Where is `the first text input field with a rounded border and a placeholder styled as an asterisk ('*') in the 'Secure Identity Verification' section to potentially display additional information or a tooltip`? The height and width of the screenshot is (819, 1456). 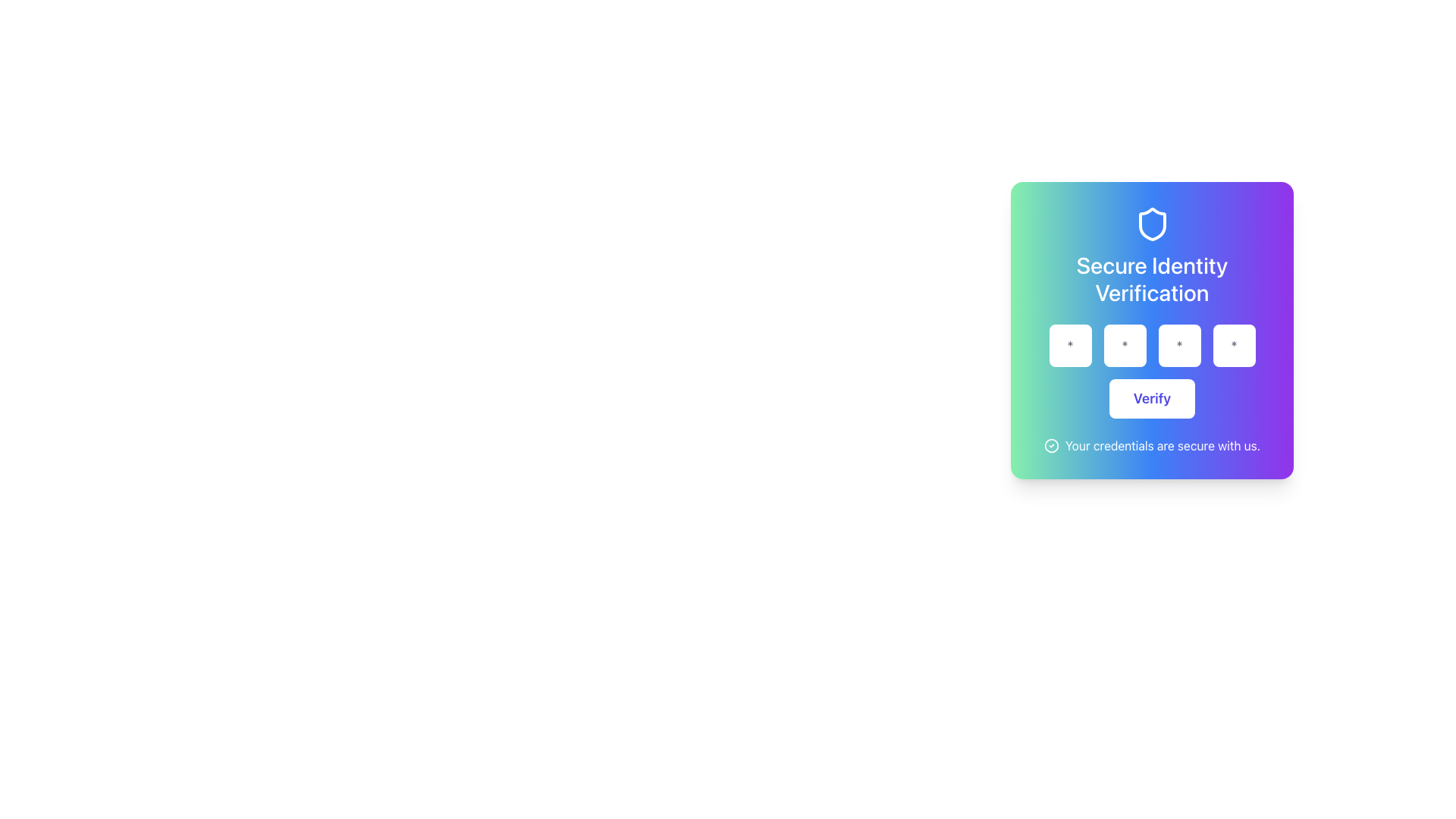
the first text input field with a rounded border and a placeholder styled as an asterisk ('*') in the 'Secure Identity Verification' section to potentially display additional information or a tooltip is located at coordinates (1069, 345).